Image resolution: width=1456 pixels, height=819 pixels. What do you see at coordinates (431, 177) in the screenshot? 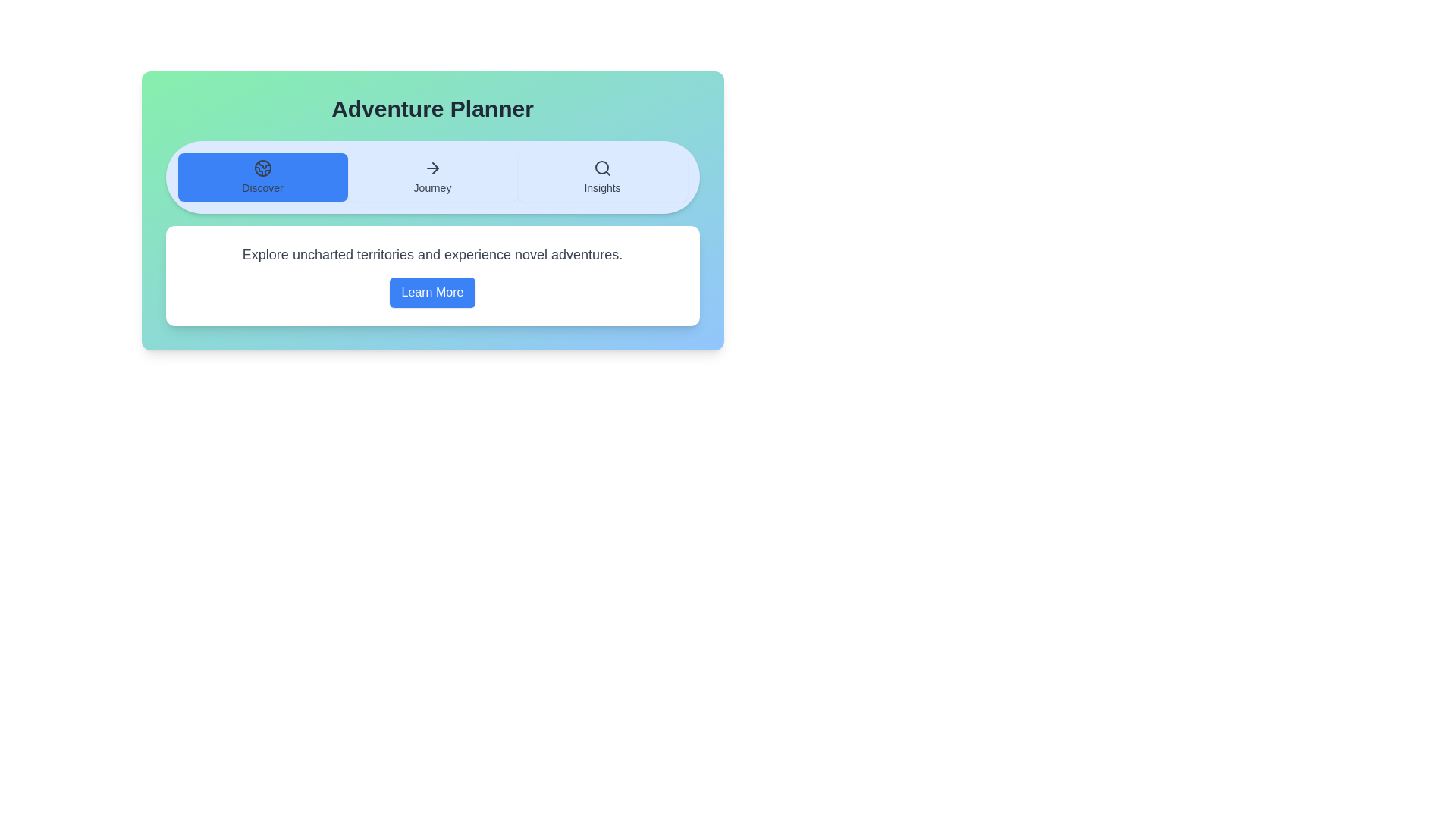
I see `the 'Journey' tab button in the navigation menu` at bounding box center [431, 177].